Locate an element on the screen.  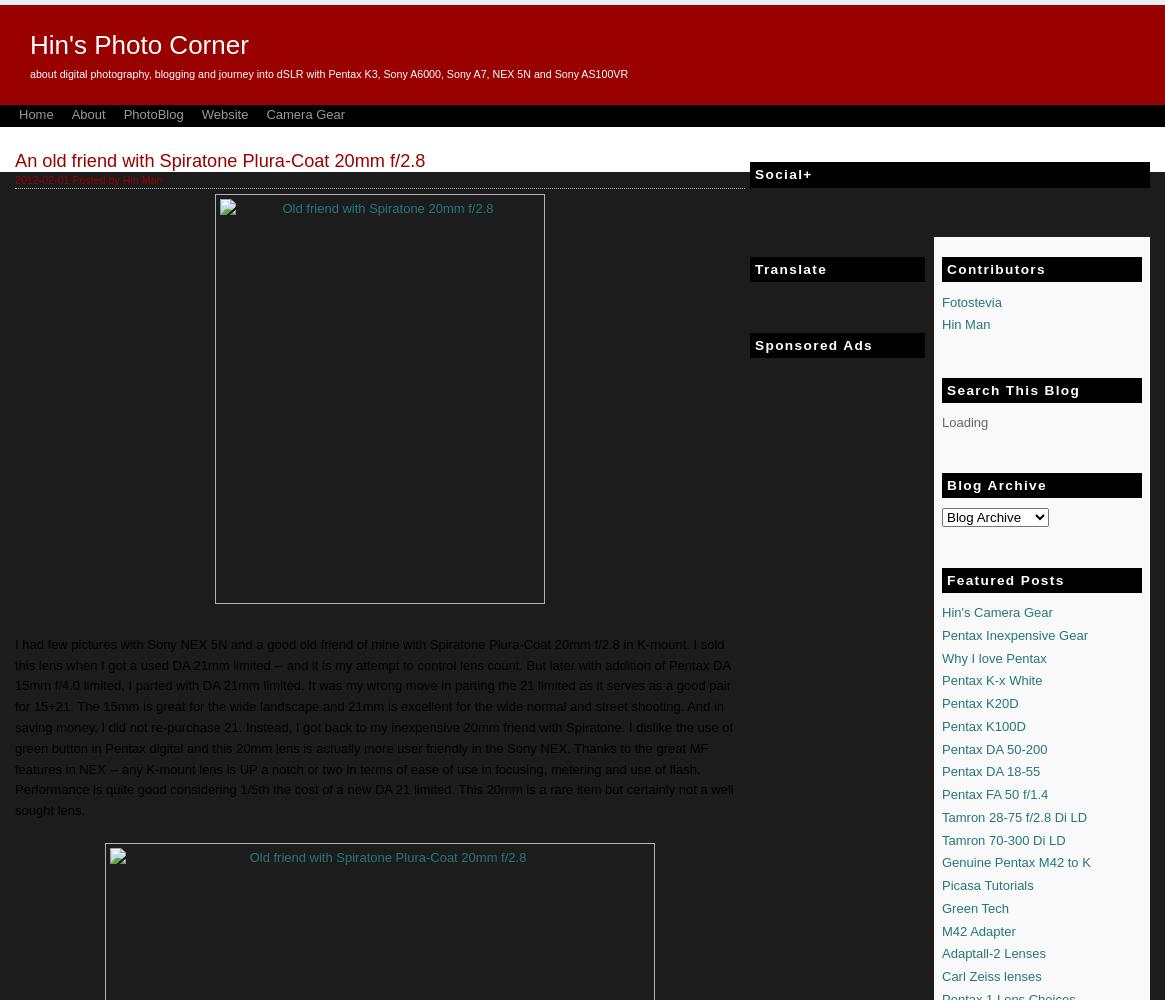
'Tamron 70-300 Di LD' is located at coordinates (1003, 838).